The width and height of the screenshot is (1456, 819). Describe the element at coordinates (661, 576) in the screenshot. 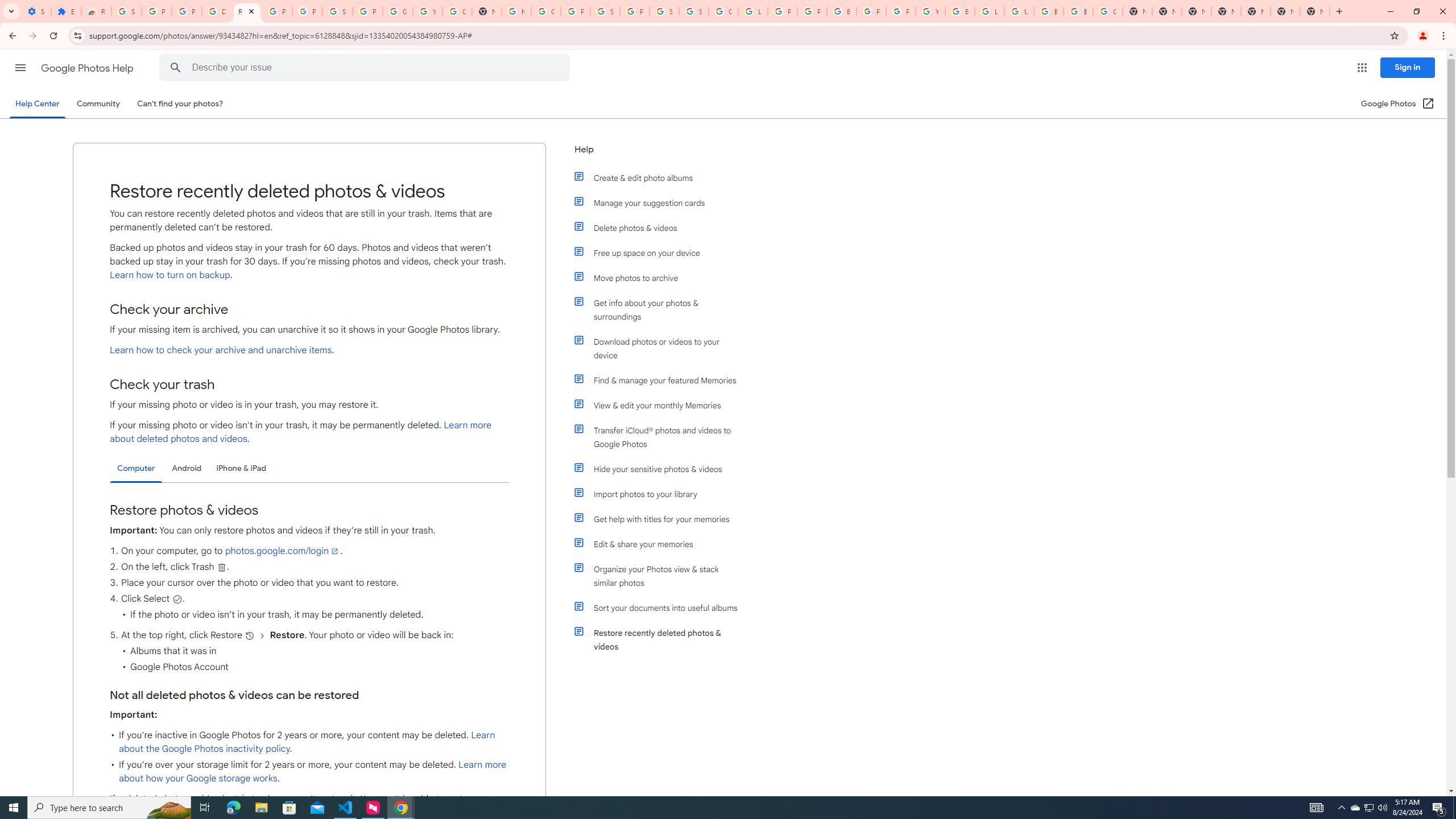

I see `'Organize your Photos view & stack similar photos'` at that location.